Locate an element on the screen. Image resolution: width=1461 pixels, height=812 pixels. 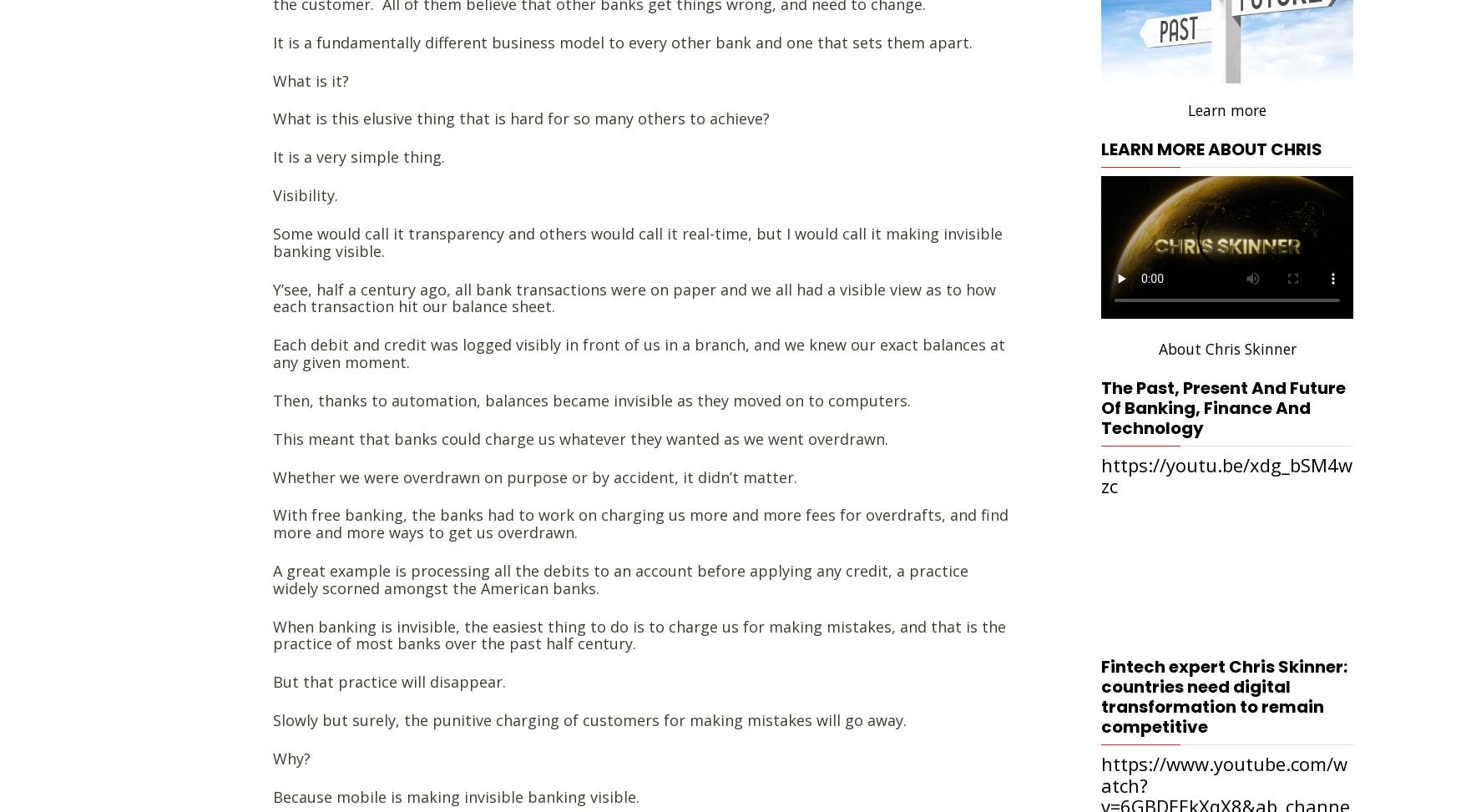
'Whether we were overdrawn on purpose or by accident, it didn’t matter.' is located at coordinates (534, 476).